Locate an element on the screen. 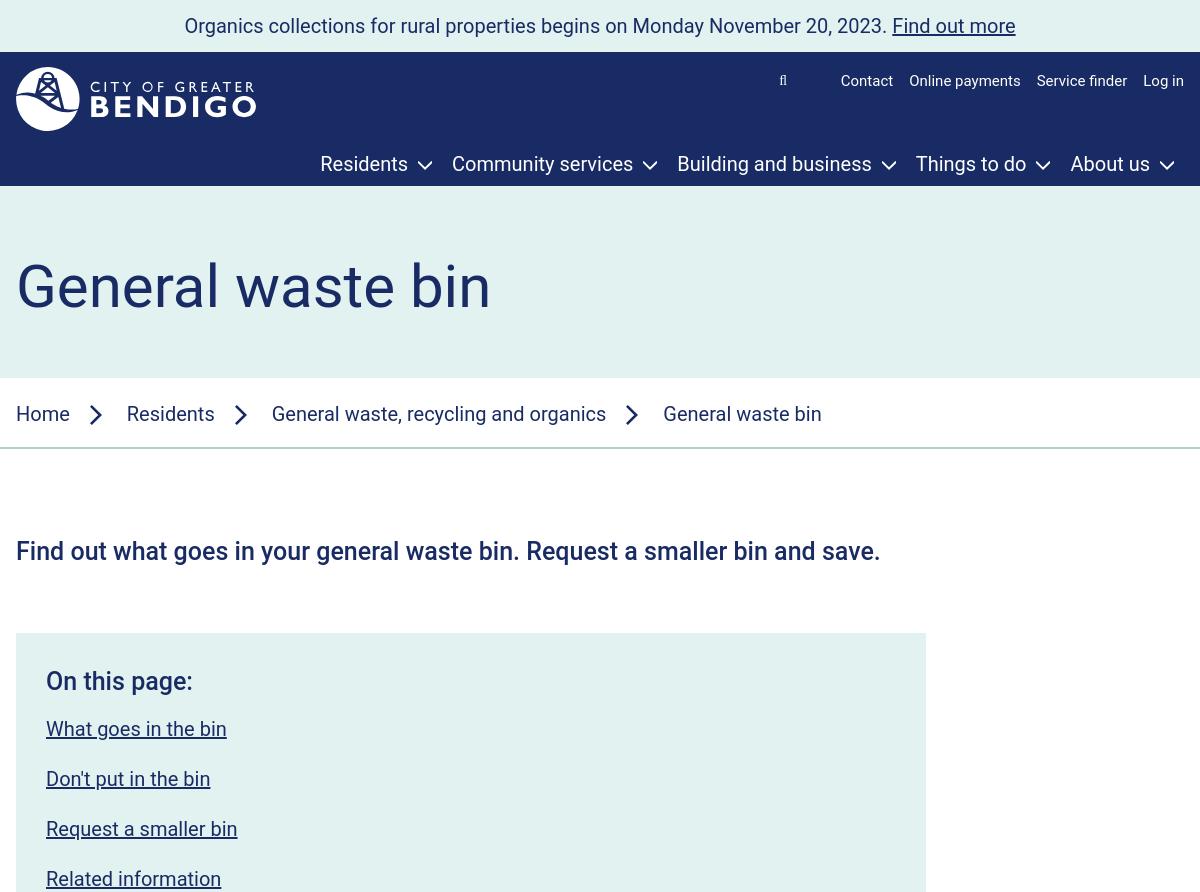  'Related information' is located at coordinates (133, 877).